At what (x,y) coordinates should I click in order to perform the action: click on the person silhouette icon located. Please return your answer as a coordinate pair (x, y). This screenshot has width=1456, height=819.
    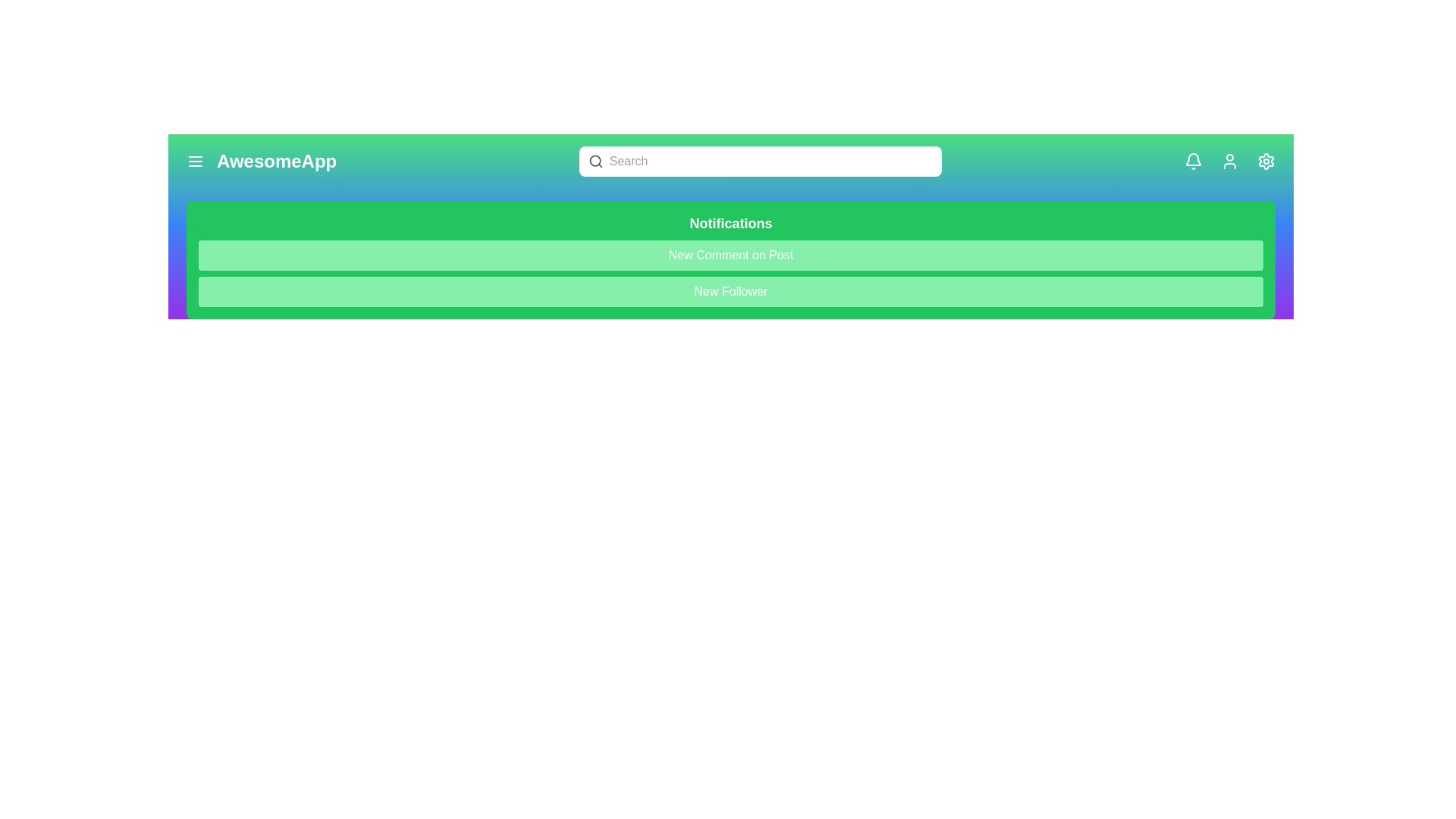
    Looking at the image, I should click on (1230, 161).